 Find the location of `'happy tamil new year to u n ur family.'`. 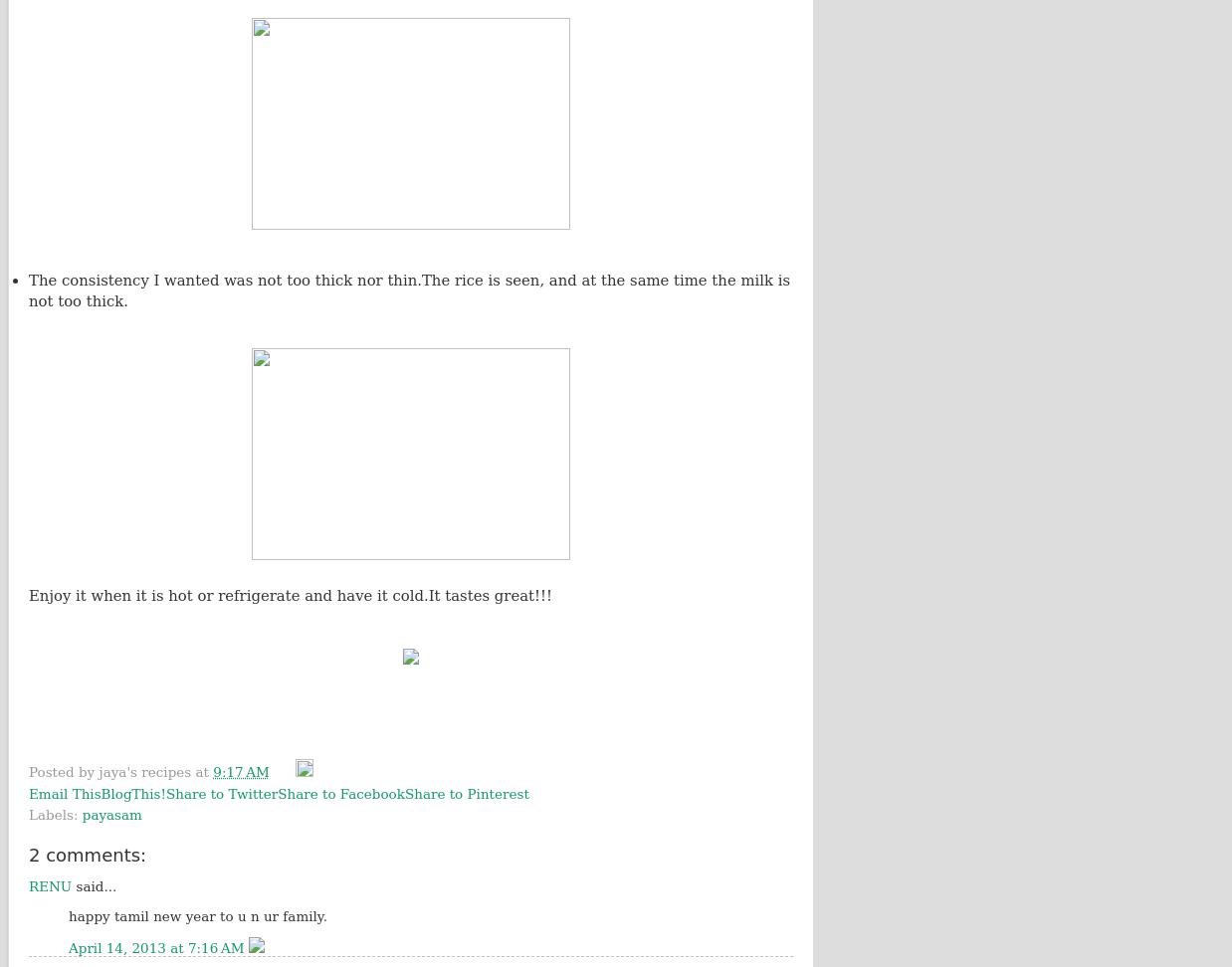

'happy tamil new year to u n ur family.' is located at coordinates (197, 913).